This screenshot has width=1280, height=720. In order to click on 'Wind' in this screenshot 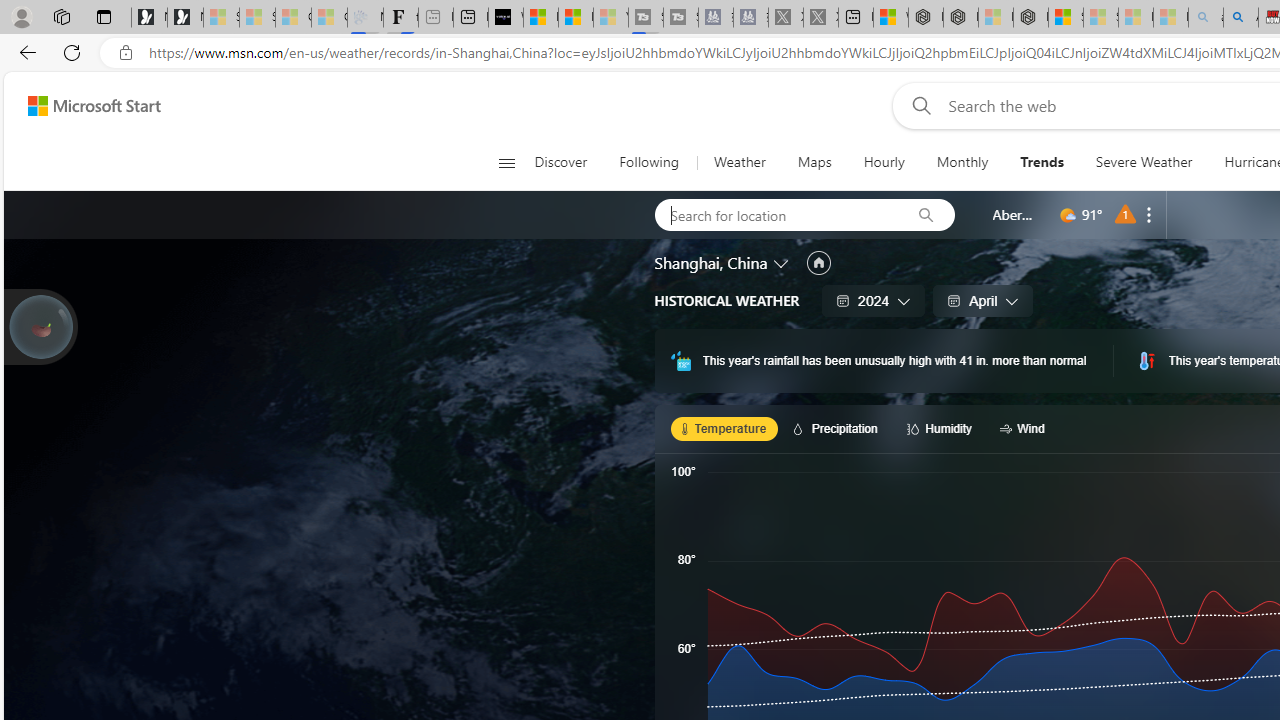, I will do `click(1025, 427)`.